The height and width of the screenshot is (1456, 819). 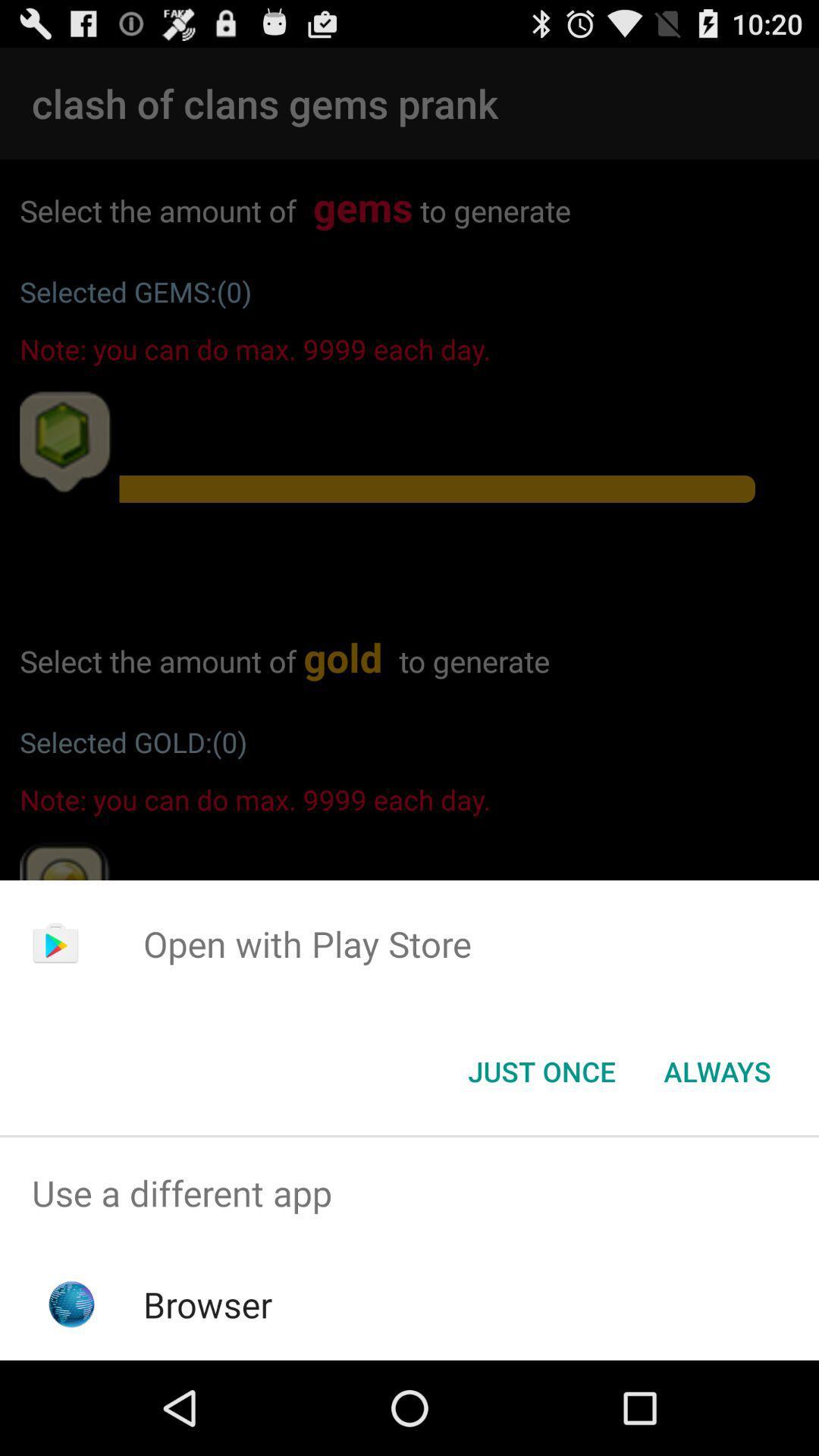 I want to click on the icon below open with play item, so click(x=541, y=1070).